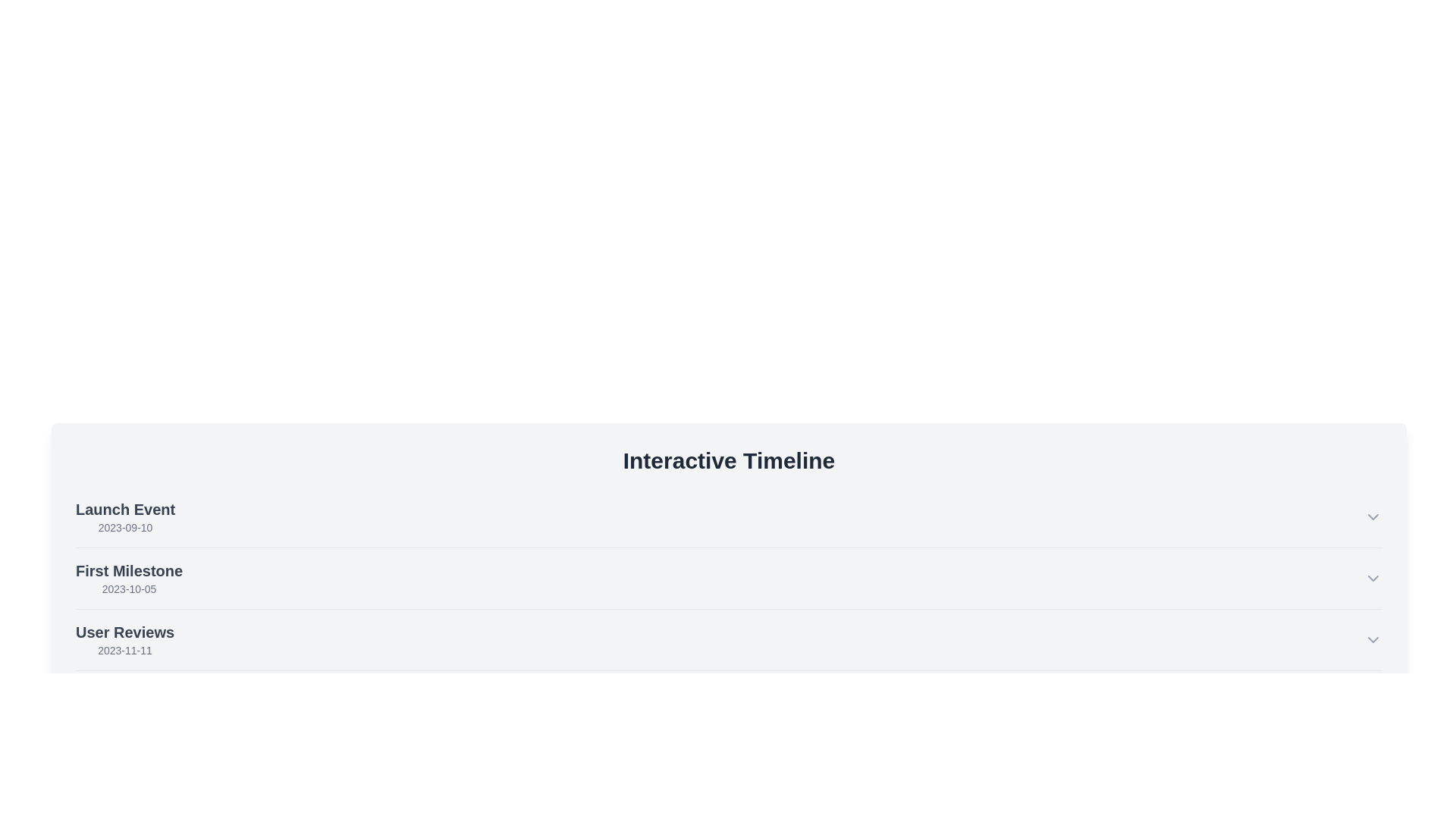 This screenshot has height=819, width=1456. Describe the element at coordinates (729, 640) in the screenshot. I see `the collapsible list item element that serves as a summary for a date and title related to 'User Reviews' in the 'Interactive Timeline'` at that location.